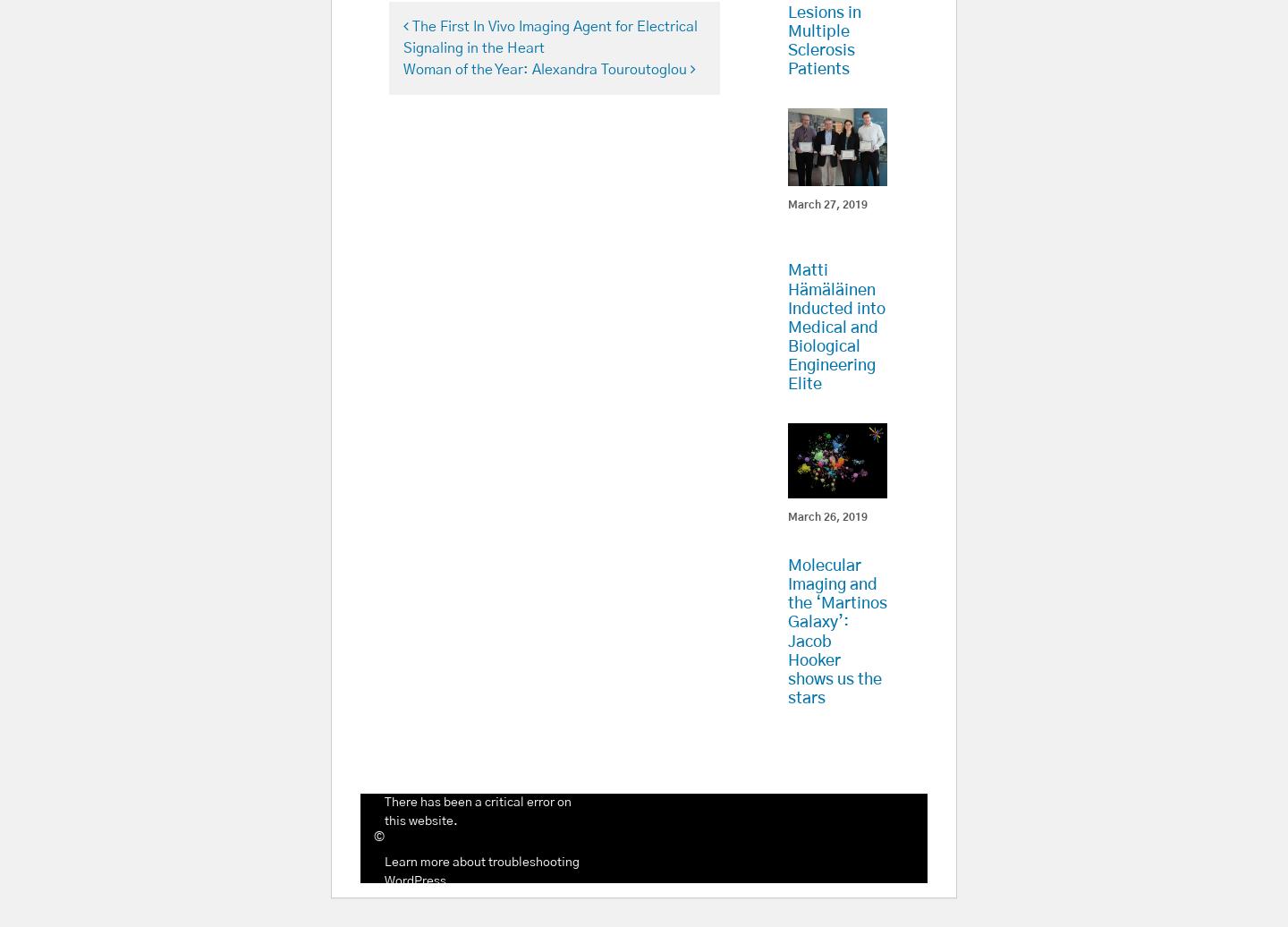 This screenshot has width=1288, height=927. I want to click on 'Matti Hämäläinen Inducted into Medical and Biological Engineering Elite', so click(835, 327).